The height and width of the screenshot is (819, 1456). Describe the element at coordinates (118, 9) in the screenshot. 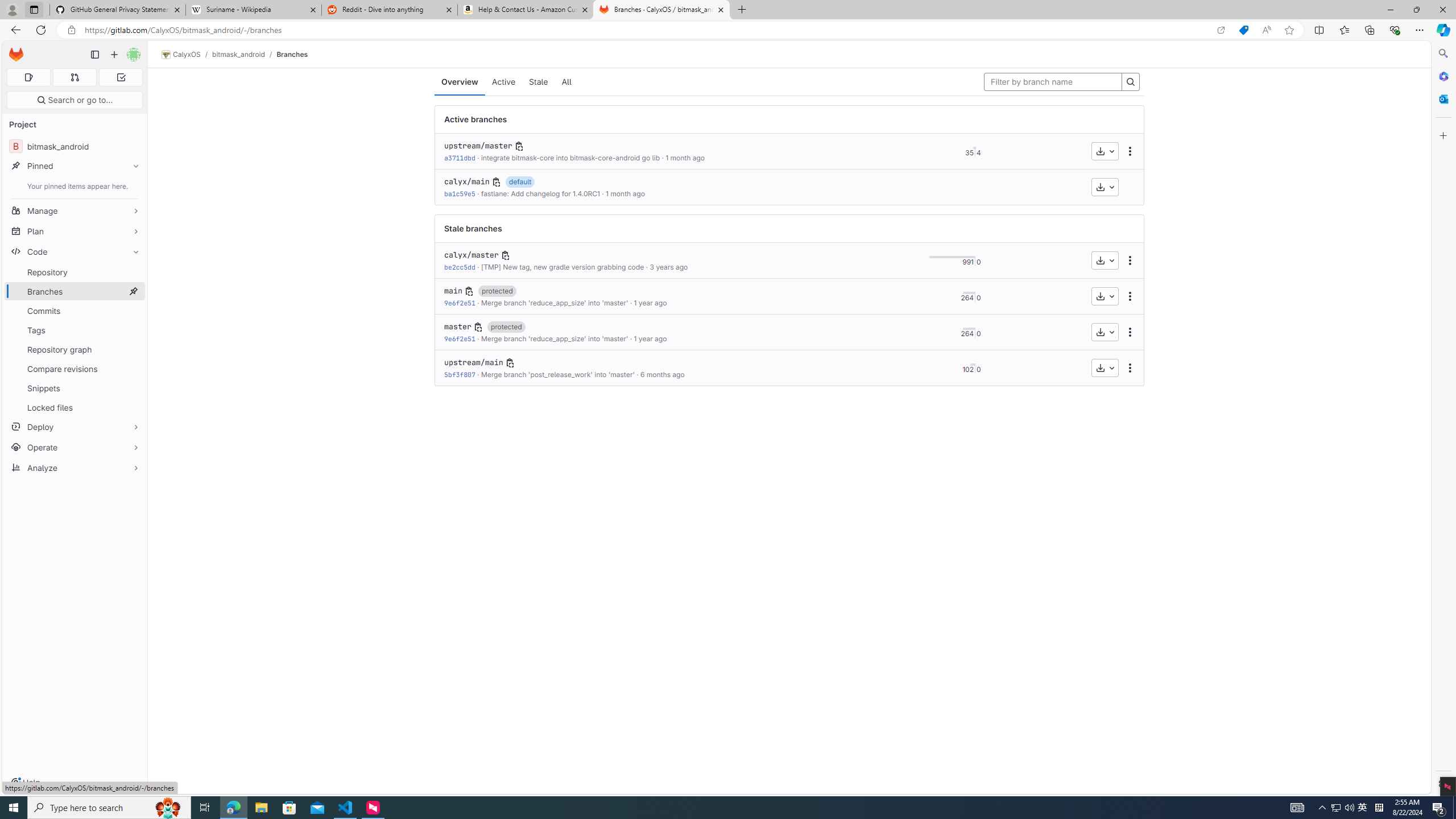

I see `'GitHub General Privacy Statement - GitHub Docs'` at that location.